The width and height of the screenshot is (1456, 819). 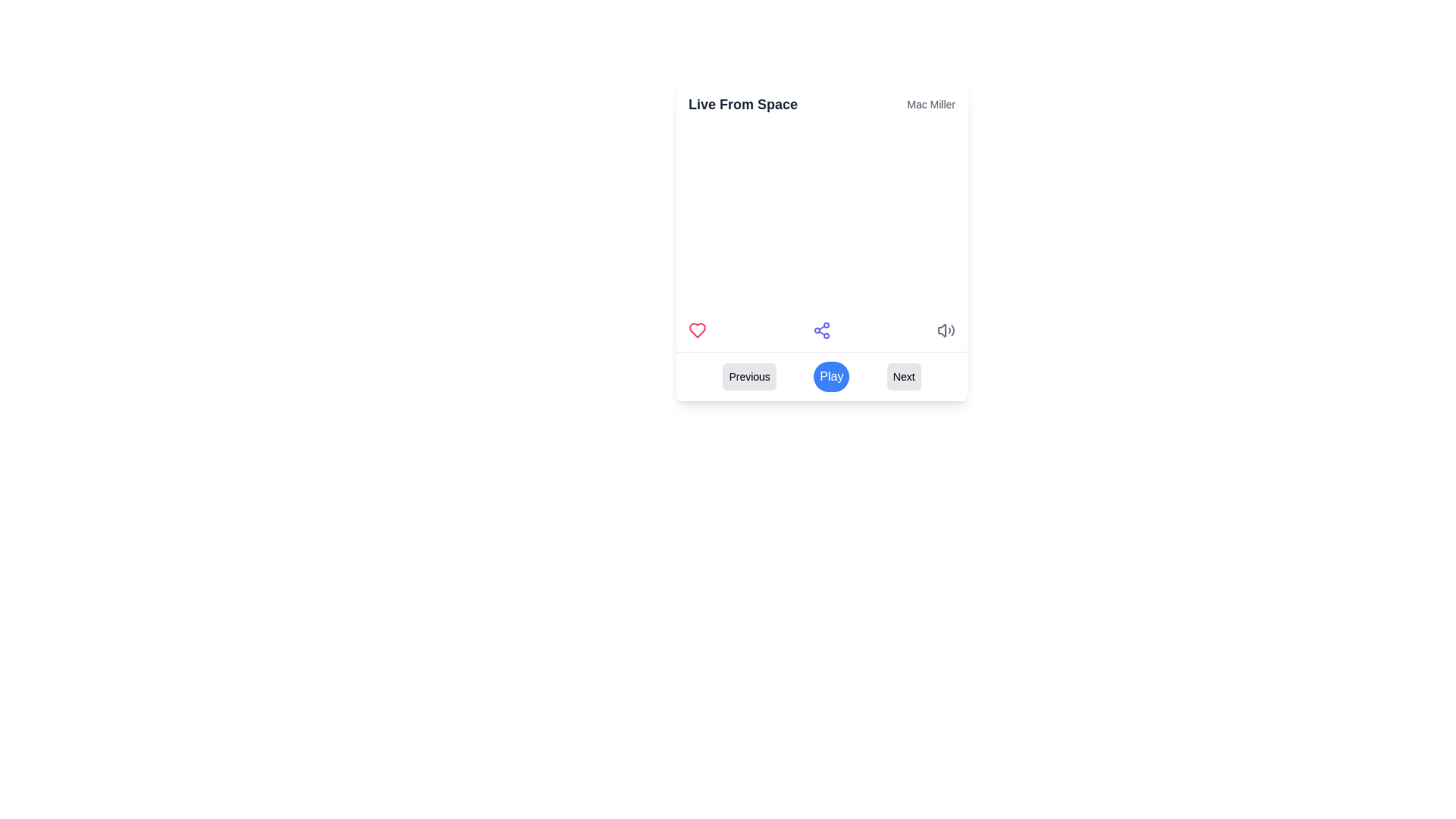 I want to click on the heart icon button located in the lower-left section of the card interface, so click(x=697, y=329).